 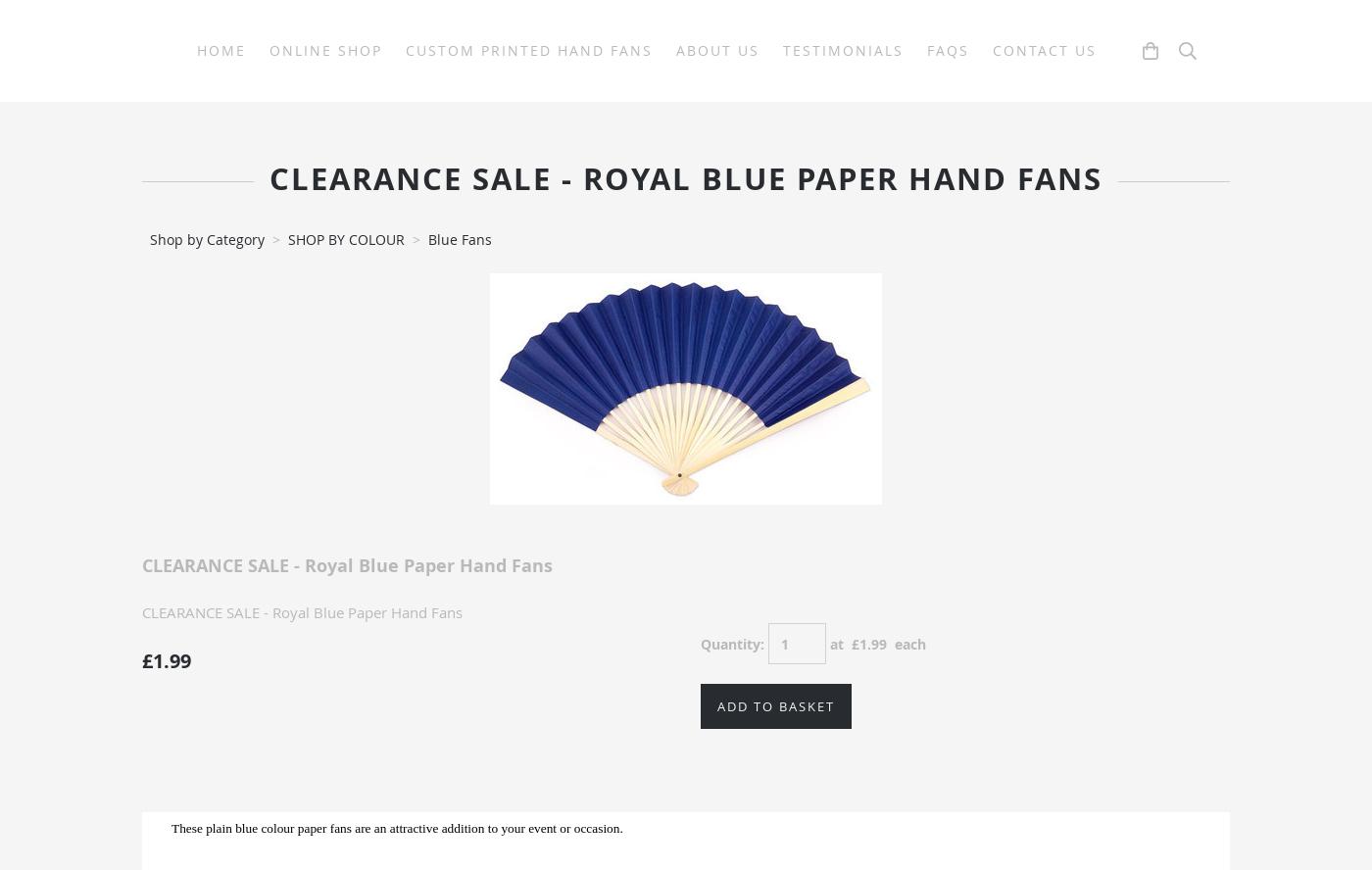 I want to click on '1.99', so click(x=872, y=642).